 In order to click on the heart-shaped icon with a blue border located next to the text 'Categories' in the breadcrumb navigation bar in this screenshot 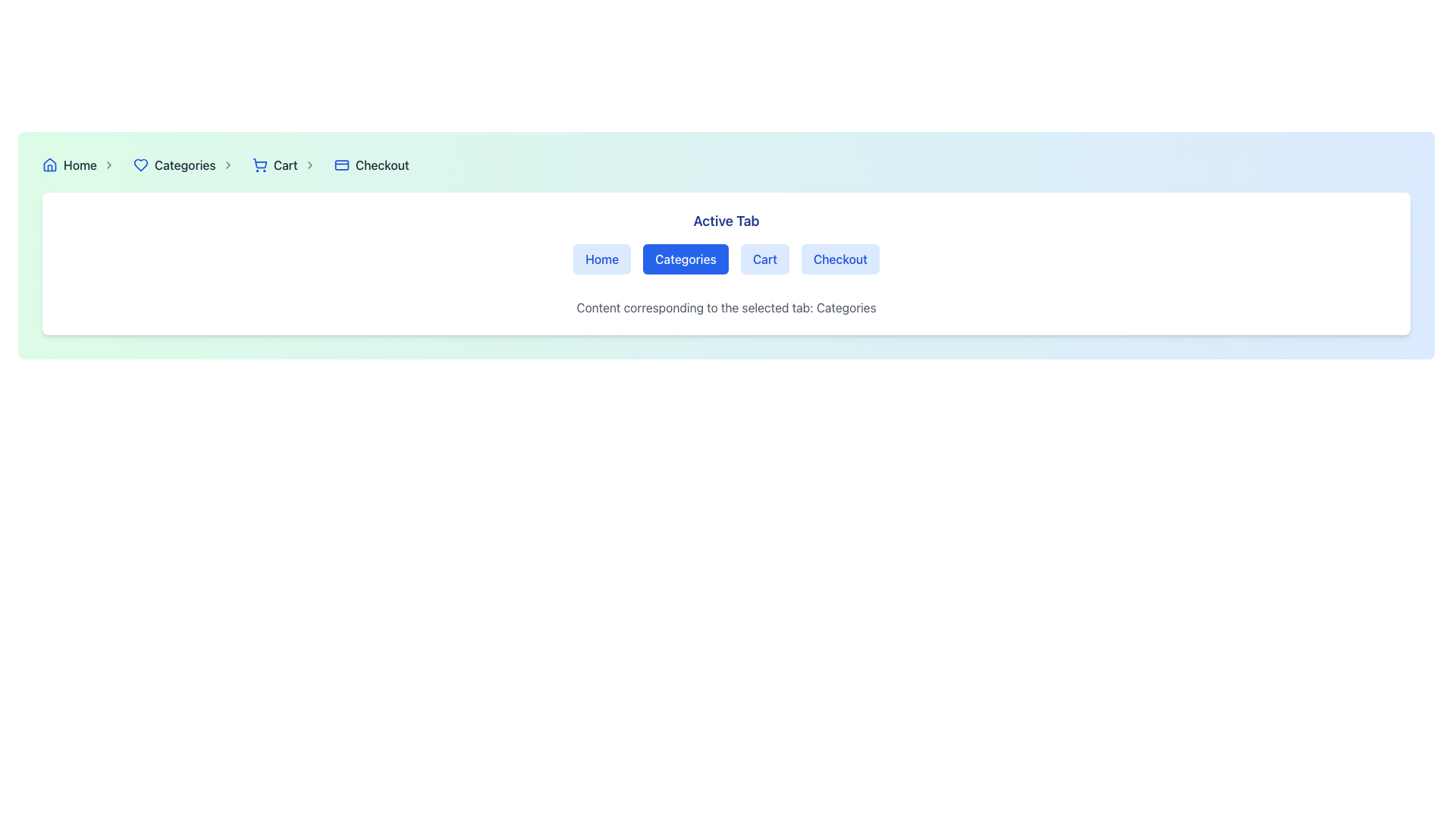, I will do `click(141, 165)`.